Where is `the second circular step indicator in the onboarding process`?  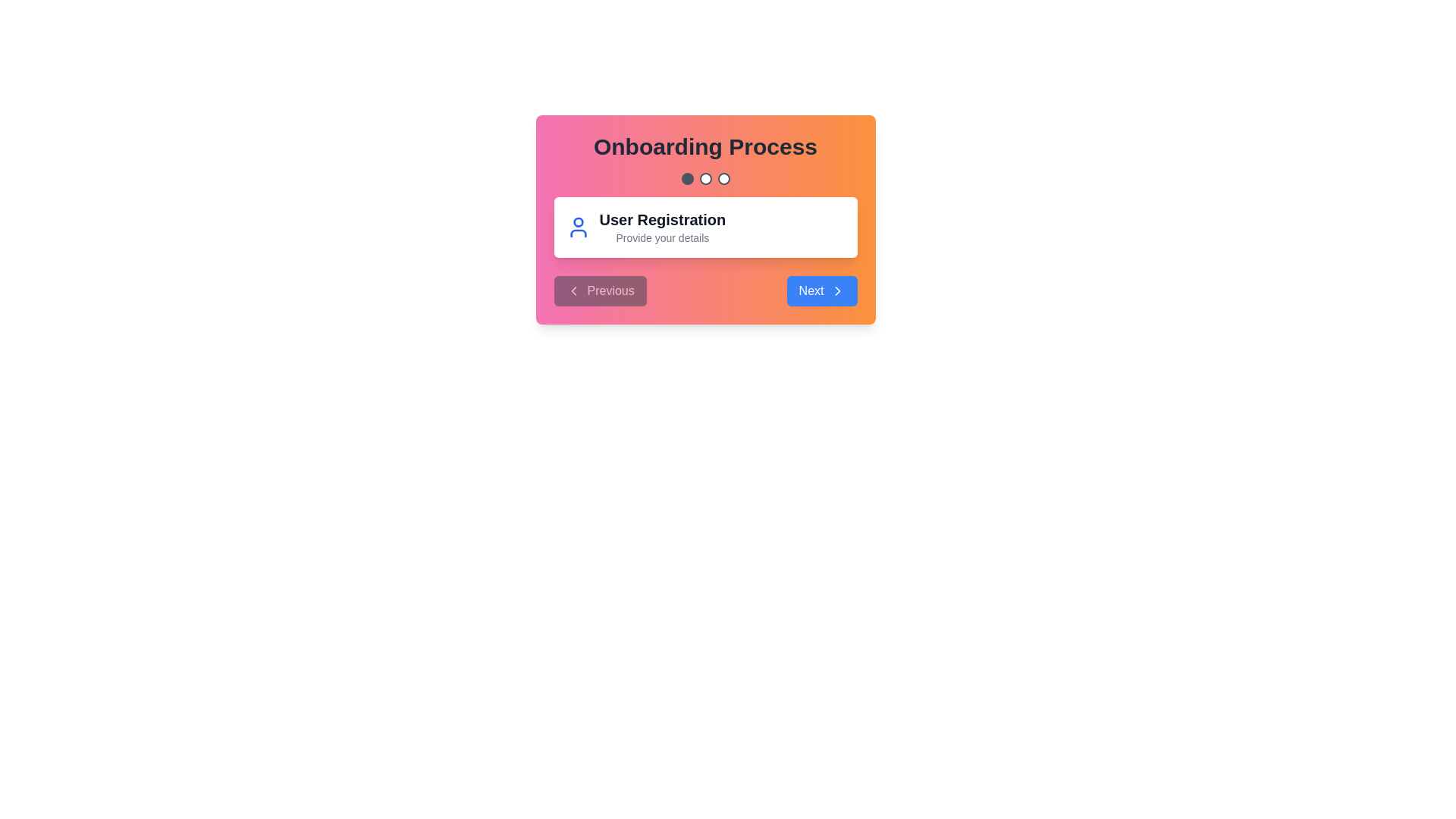 the second circular step indicator in the onboarding process is located at coordinates (704, 177).